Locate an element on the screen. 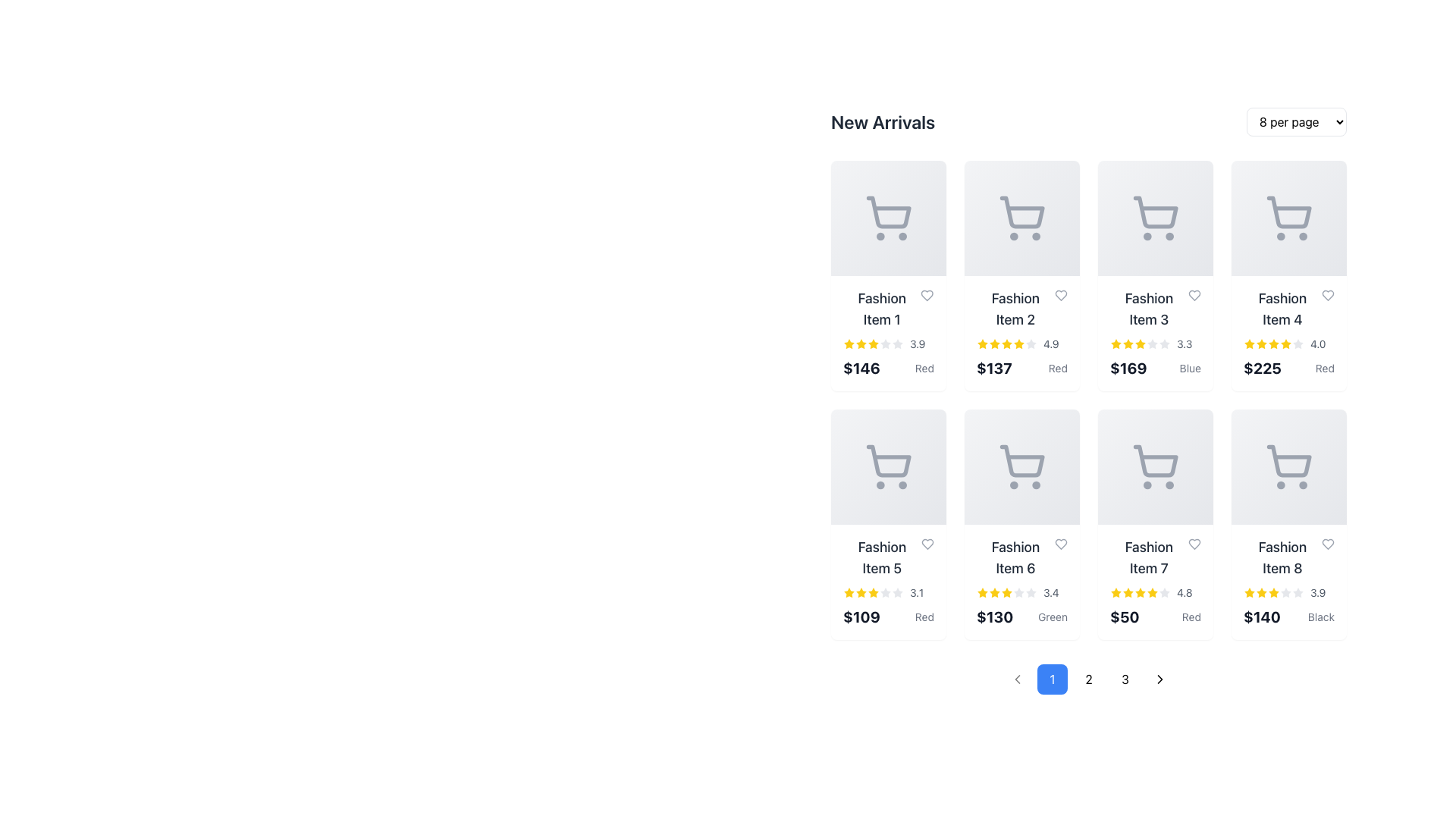 The image size is (1456, 819). the text label that indicates the color attribute for the fourth product in the top row of the product grid, located to the right of the price '$225' is located at coordinates (1324, 369).